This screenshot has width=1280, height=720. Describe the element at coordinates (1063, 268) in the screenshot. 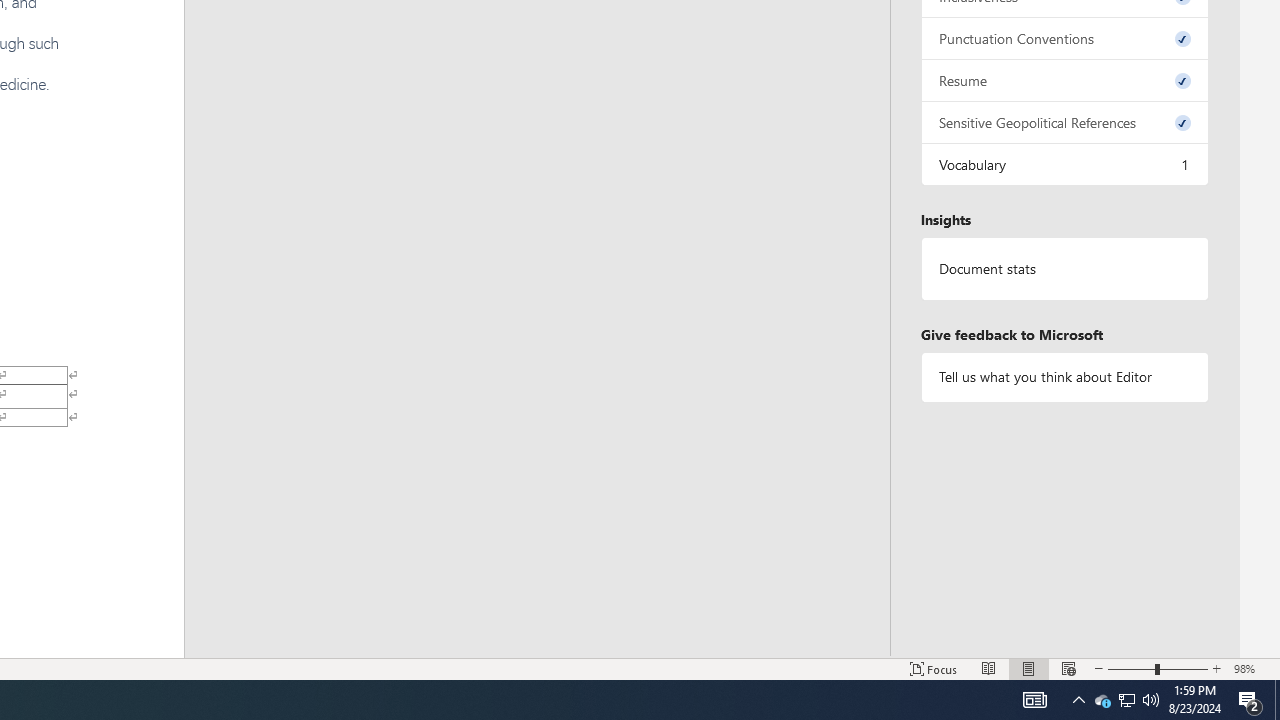

I see `'Document statistics'` at that location.